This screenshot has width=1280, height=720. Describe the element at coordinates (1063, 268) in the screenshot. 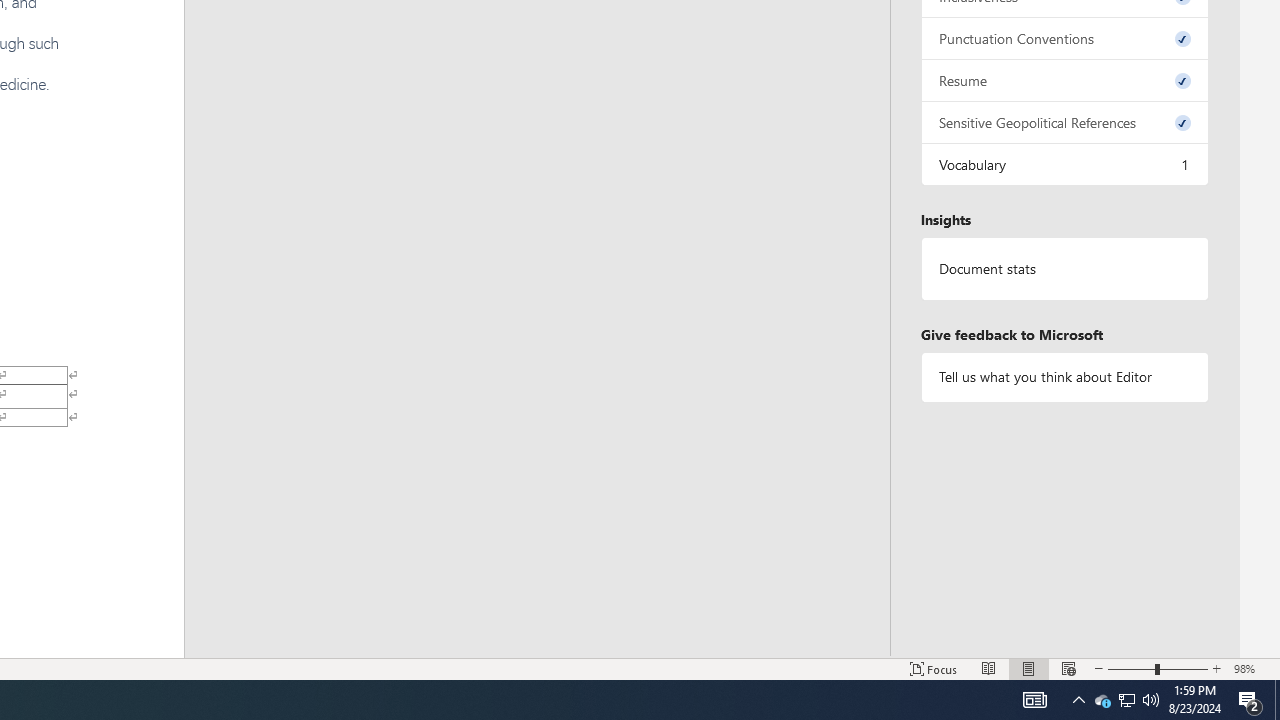

I see `'Document statistics'` at that location.